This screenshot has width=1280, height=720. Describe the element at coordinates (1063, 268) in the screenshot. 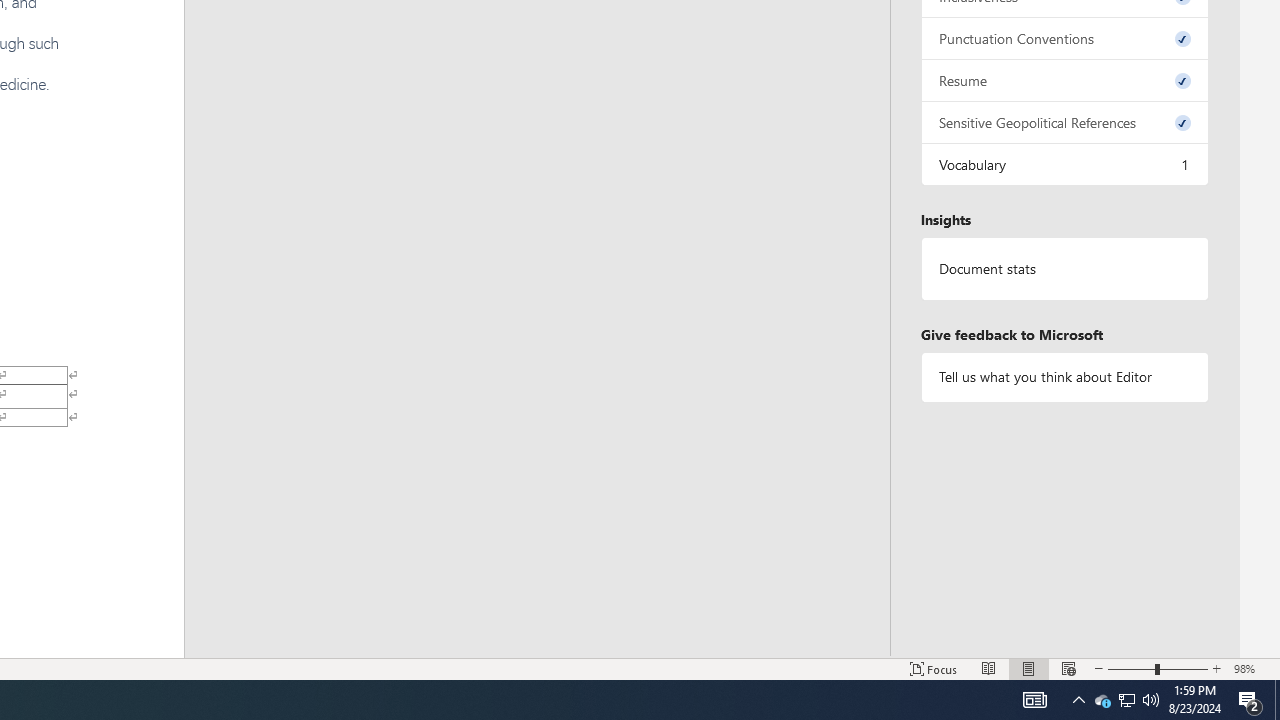

I see `'Document statistics'` at that location.